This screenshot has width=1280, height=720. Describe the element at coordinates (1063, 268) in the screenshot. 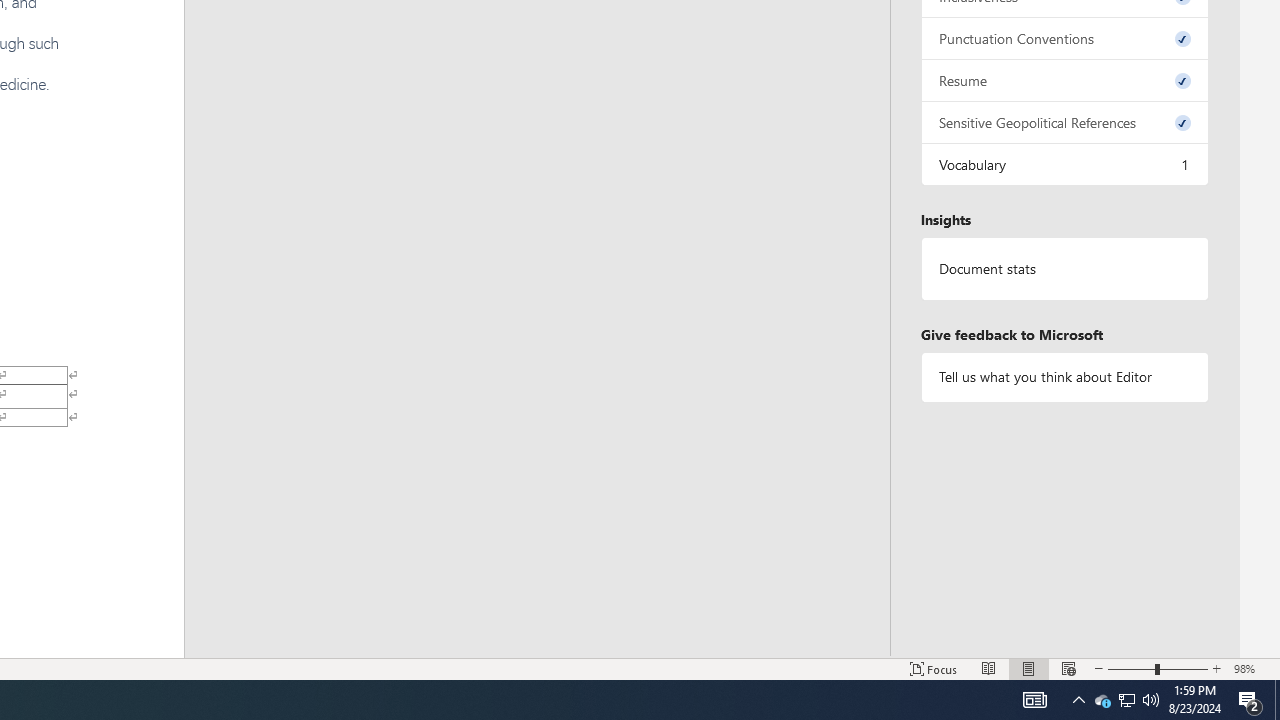

I see `'Document statistics'` at that location.